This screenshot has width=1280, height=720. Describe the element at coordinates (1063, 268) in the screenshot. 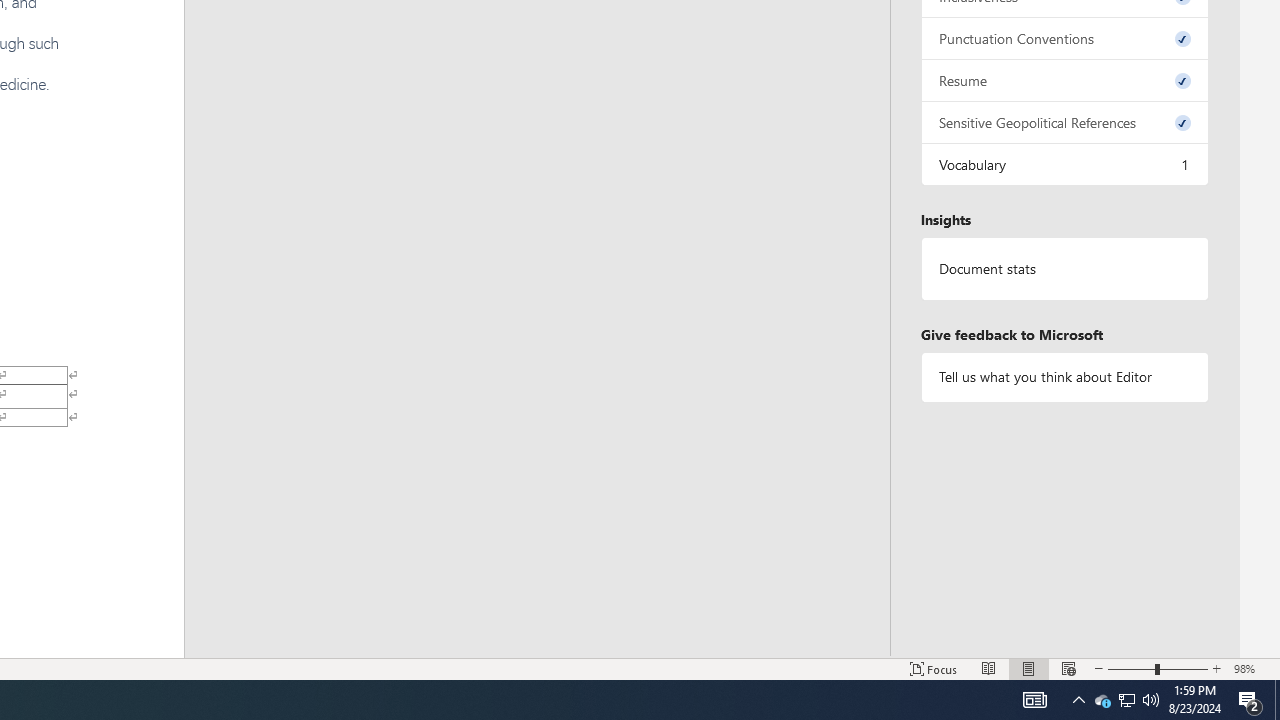

I see `'Document statistics'` at that location.